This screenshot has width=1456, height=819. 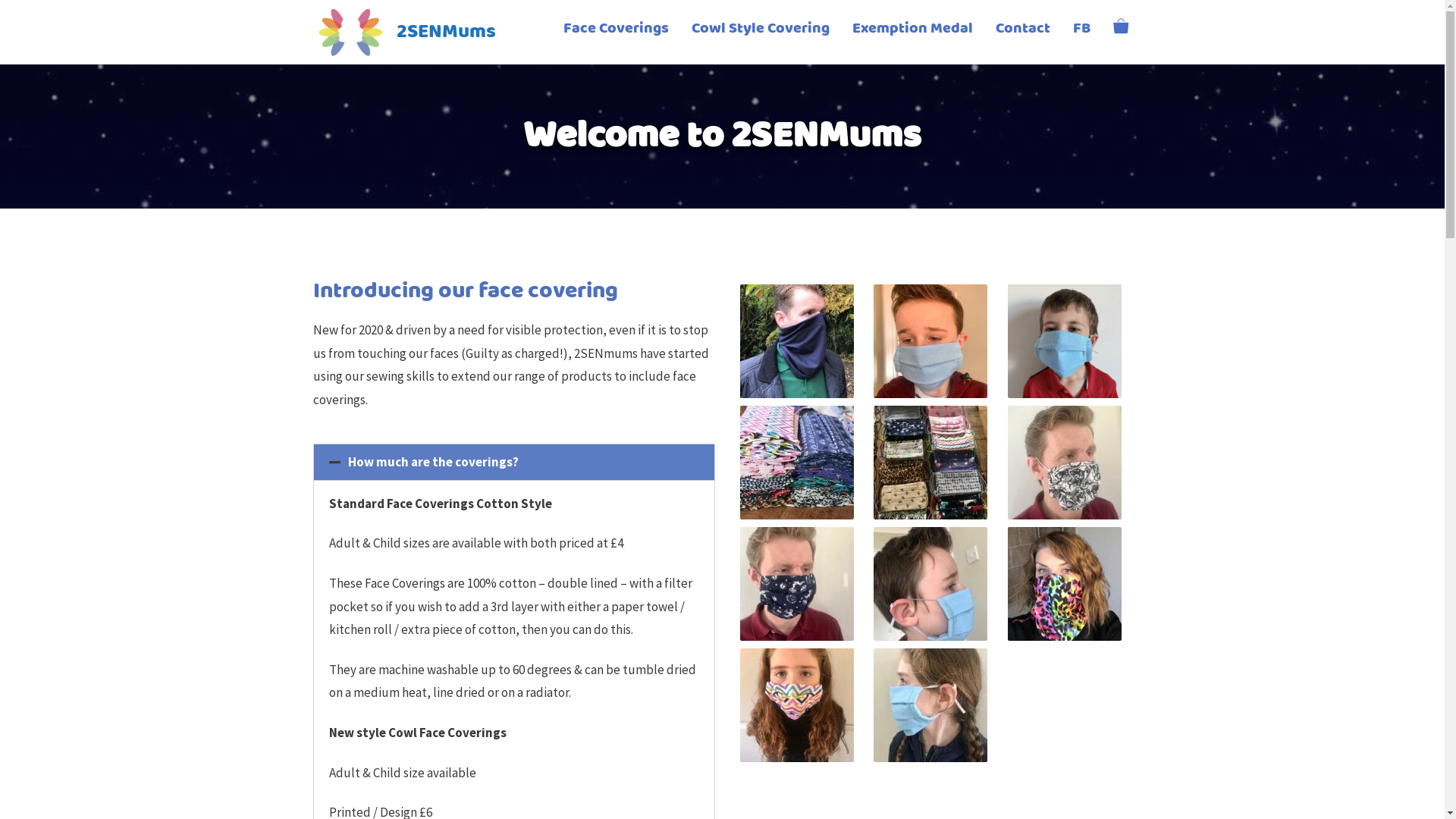 What do you see at coordinates (679, 29) in the screenshot?
I see `'Cowl Style Covering'` at bounding box center [679, 29].